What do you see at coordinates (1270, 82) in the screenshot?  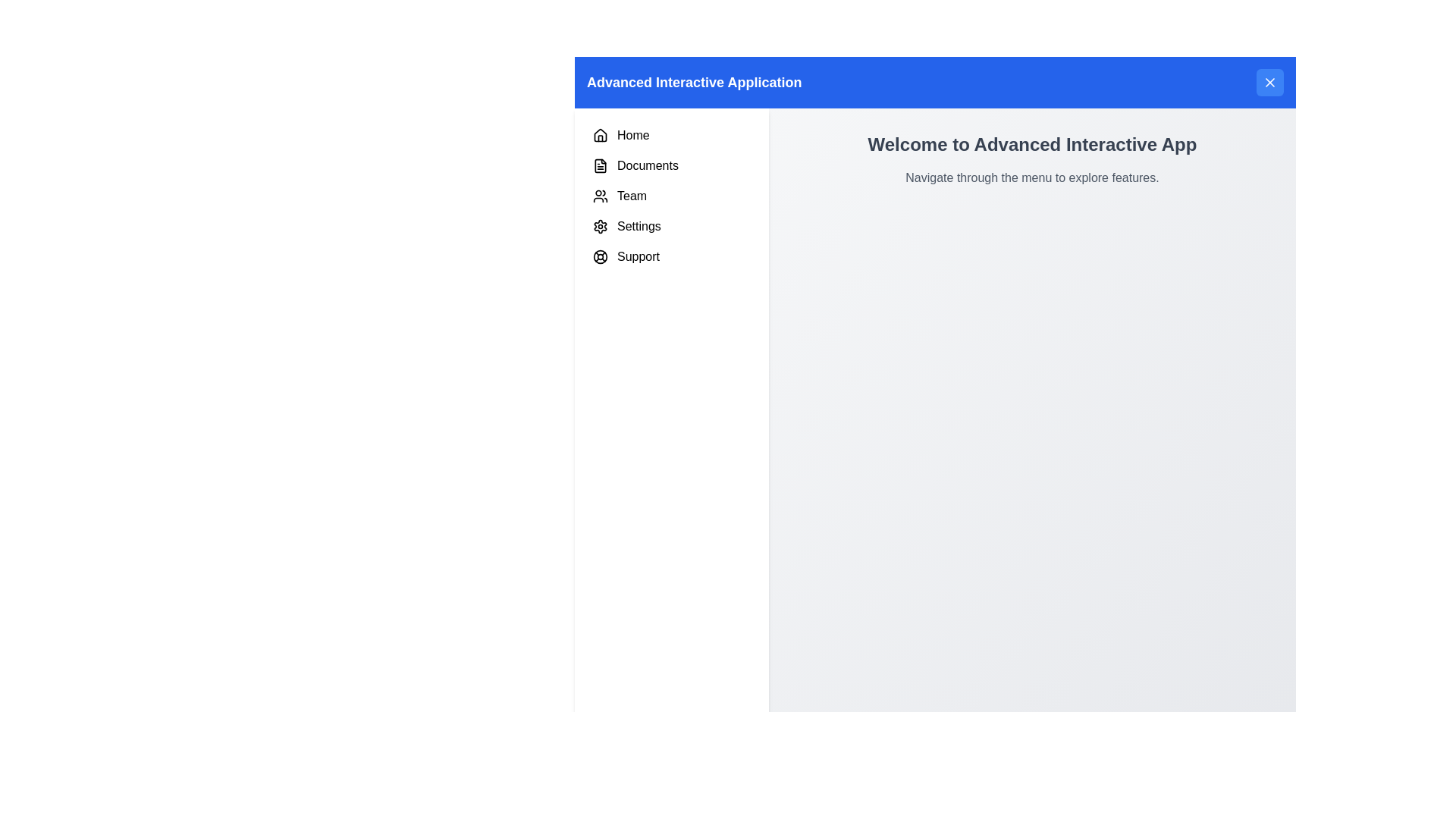 I see `the Close Button, represented by a small 'X' icon with a blue background and white cross lines, located in the top-right corner of the blue header bar` at bounding box center [1270, 82].